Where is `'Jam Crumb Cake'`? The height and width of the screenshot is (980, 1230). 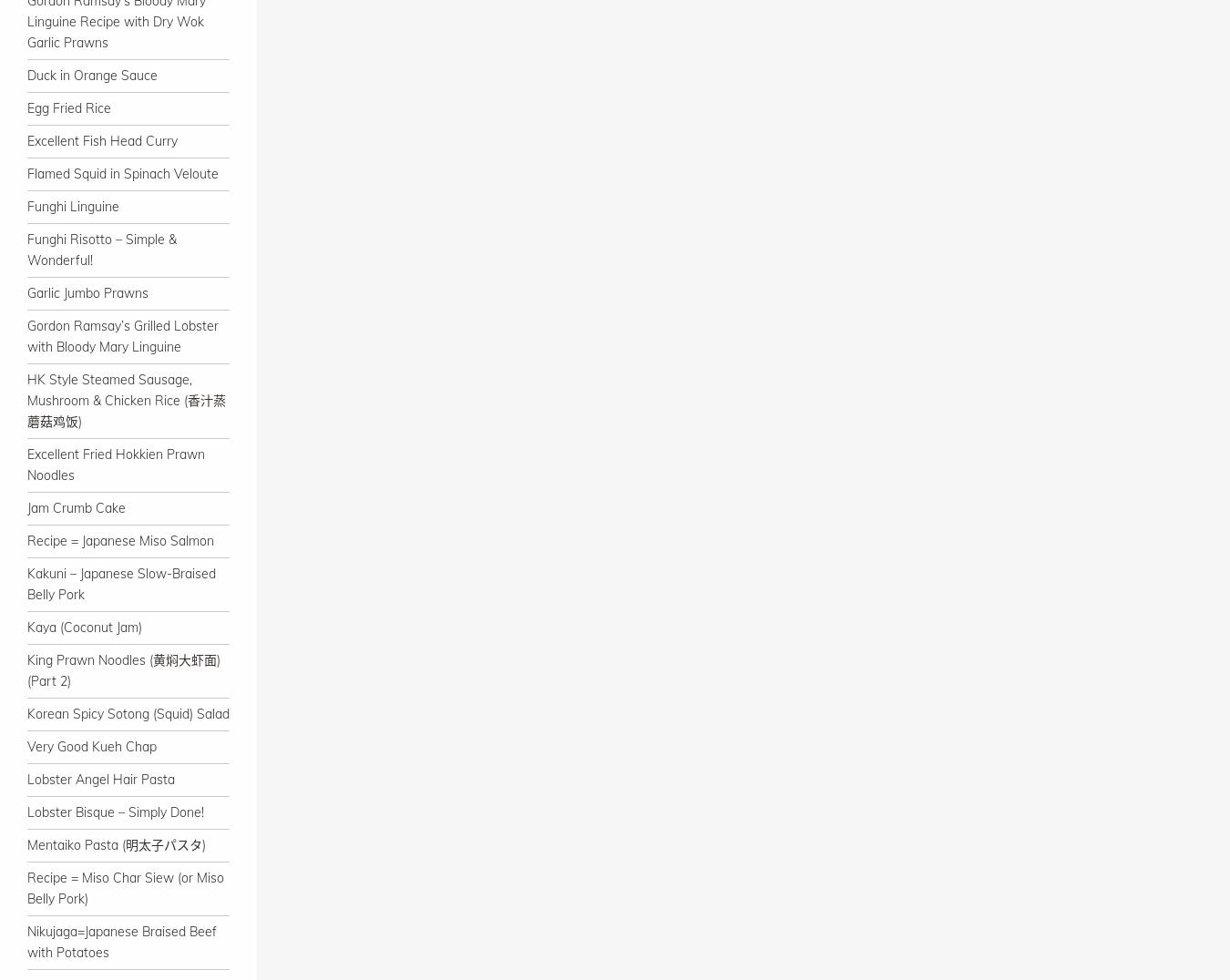 'Jam Crumb Cake' is located at coordinates (75, 507).